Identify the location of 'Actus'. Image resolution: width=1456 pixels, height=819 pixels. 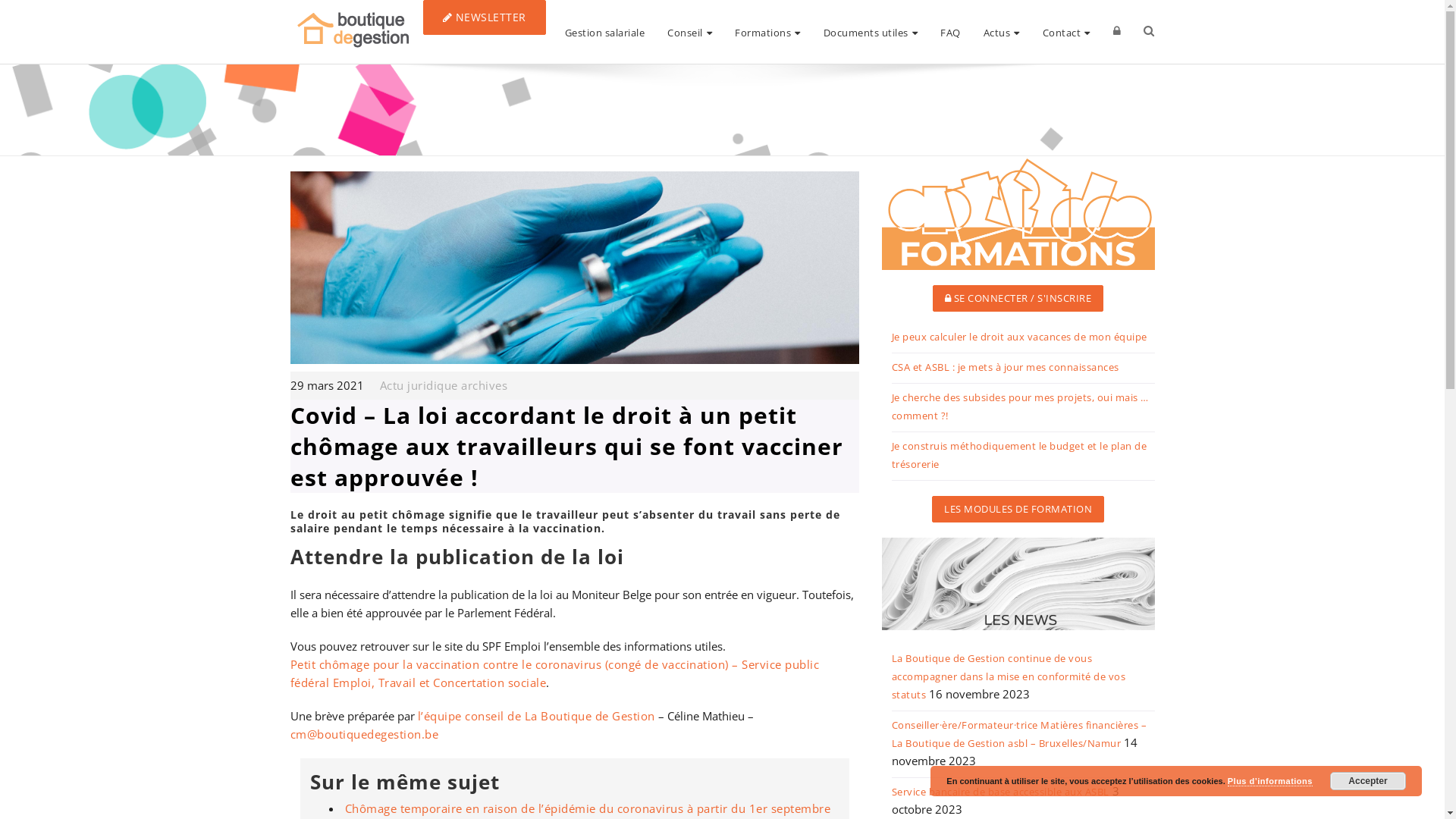
(1001, 32).